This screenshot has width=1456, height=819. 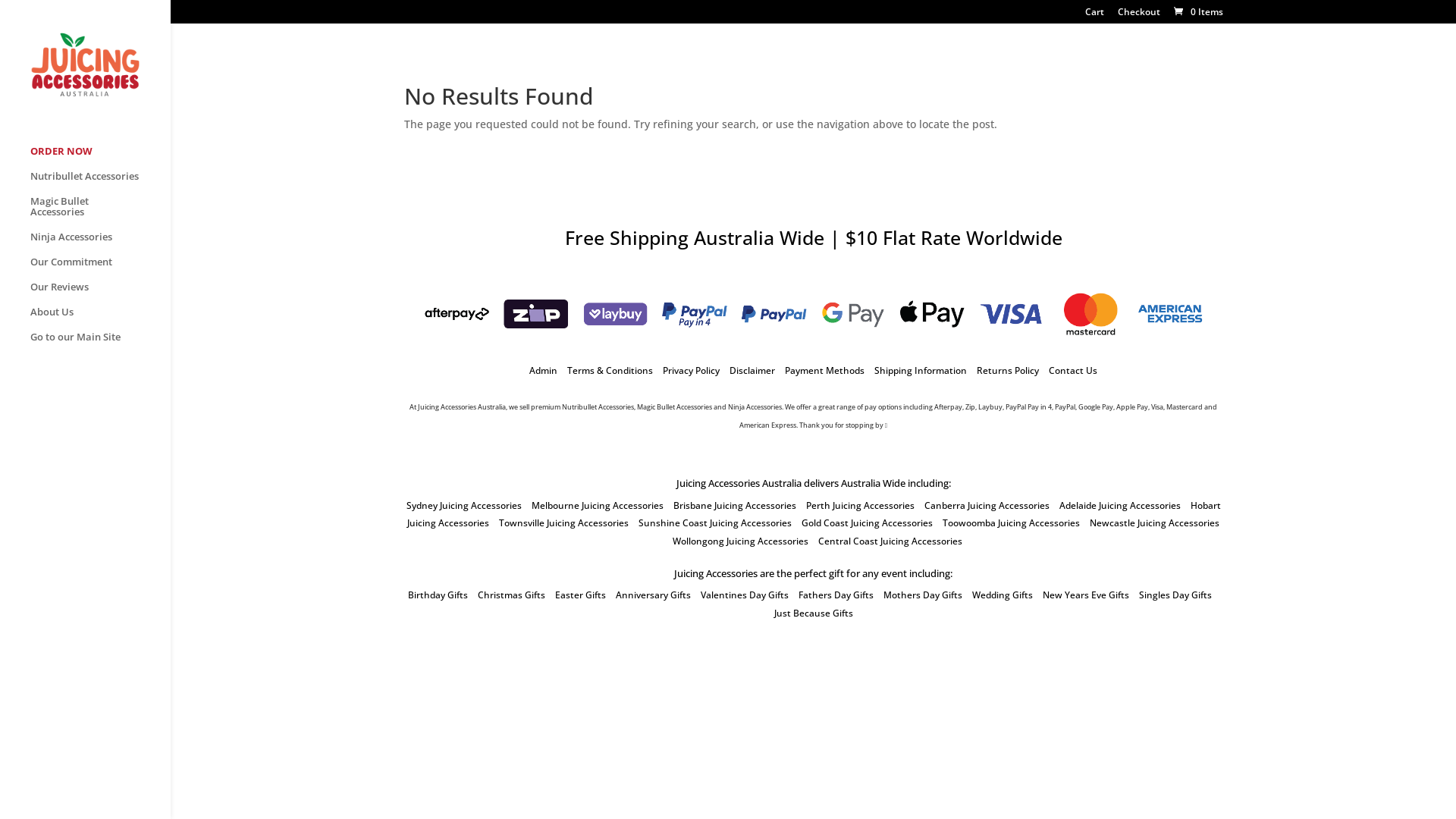 What do you see at coordinates (99, 318) in the screenshot?
I see `'About Us'` at bounding box center [99, 318].